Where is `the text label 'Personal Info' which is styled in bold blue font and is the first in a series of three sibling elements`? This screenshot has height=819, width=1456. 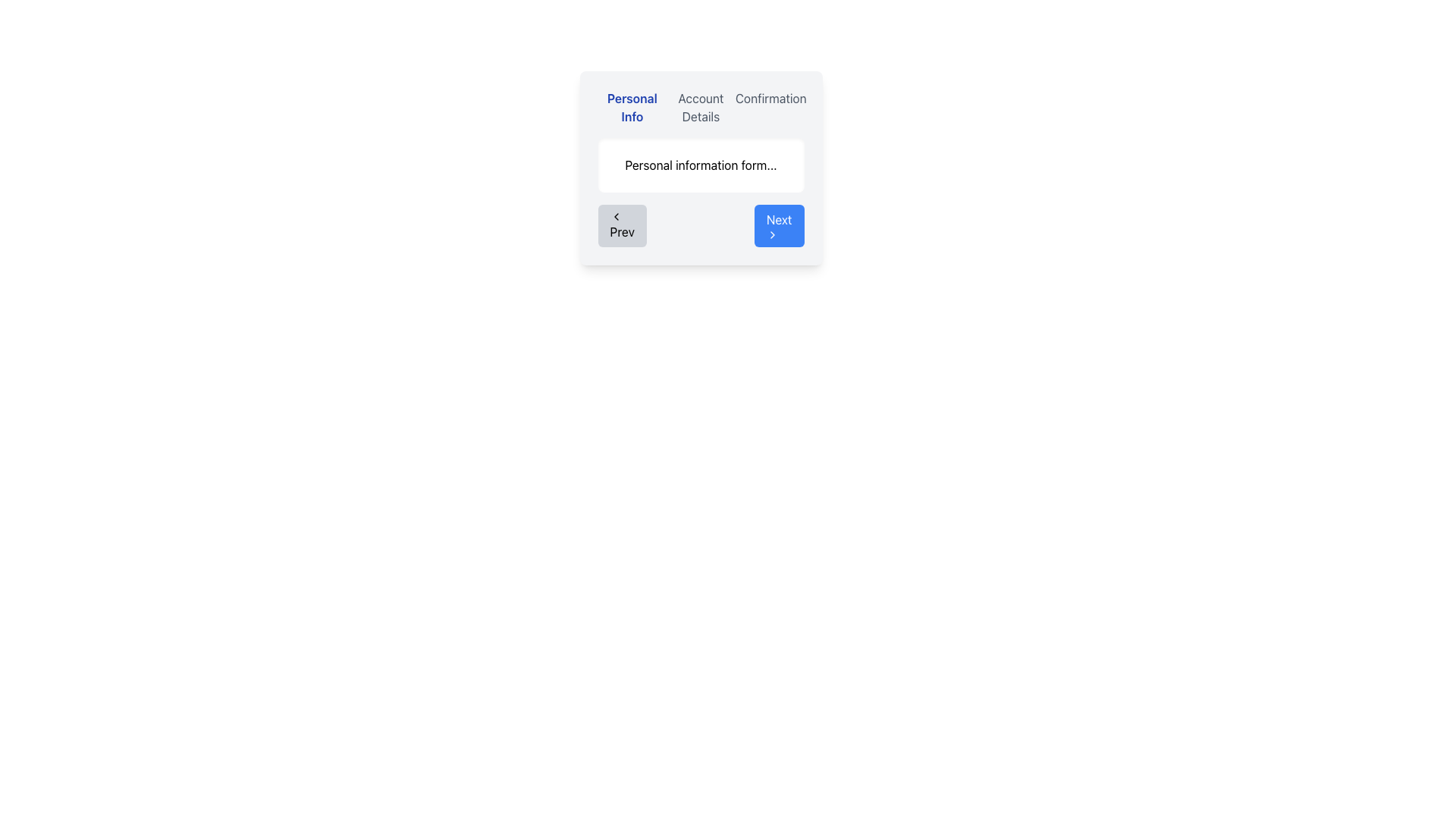 the text label 'Personal Info' which is styled in bold blue font and is the first in a series of three sibling elements is located at coordinates (632, 107).